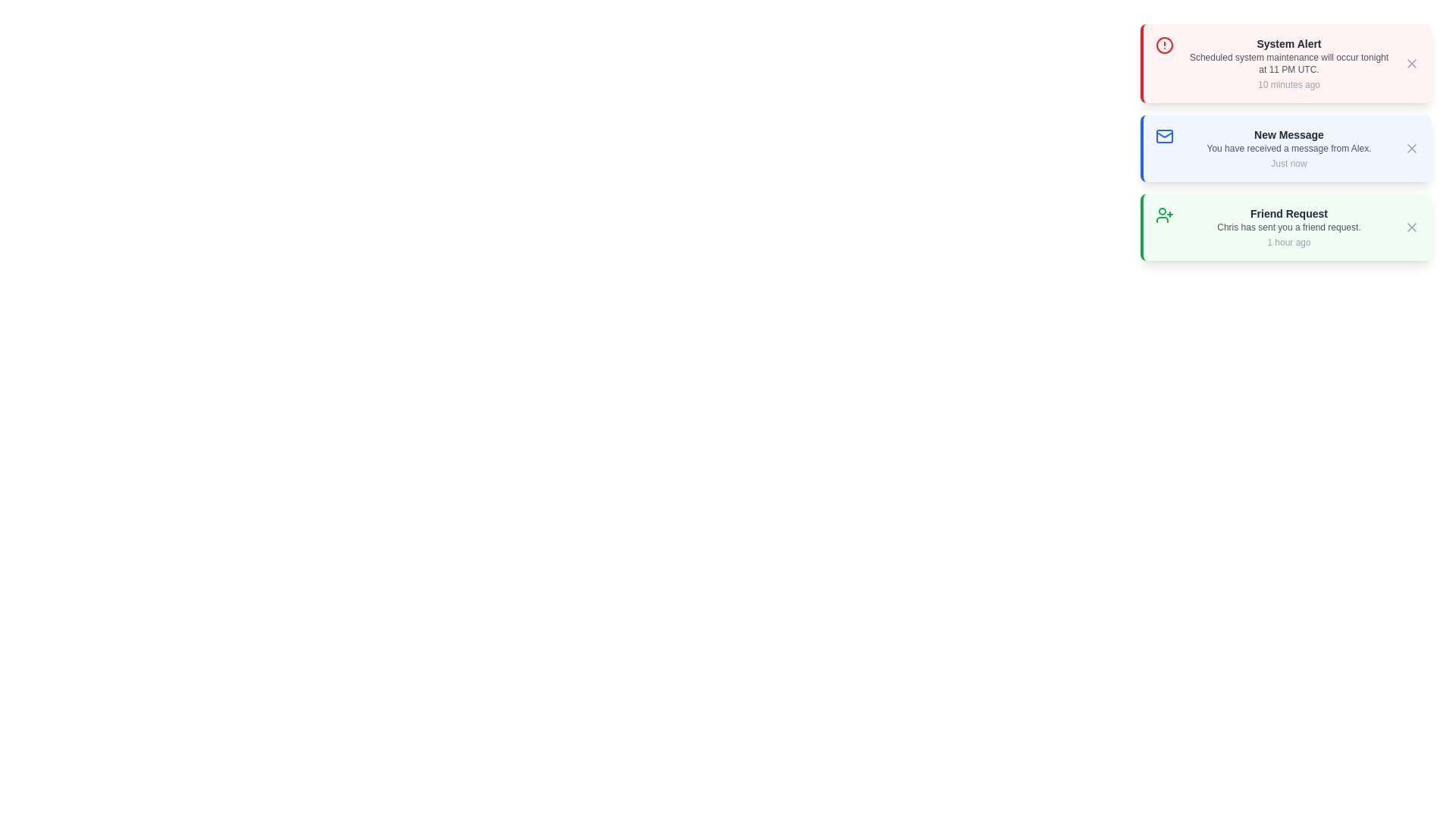 The width and height of the screenshot is (1456, 819). I want to click on the top left stroke of the 'X' shape close icon located in the top right corner of the 'System Alert' notification card, so click(1411, 63).